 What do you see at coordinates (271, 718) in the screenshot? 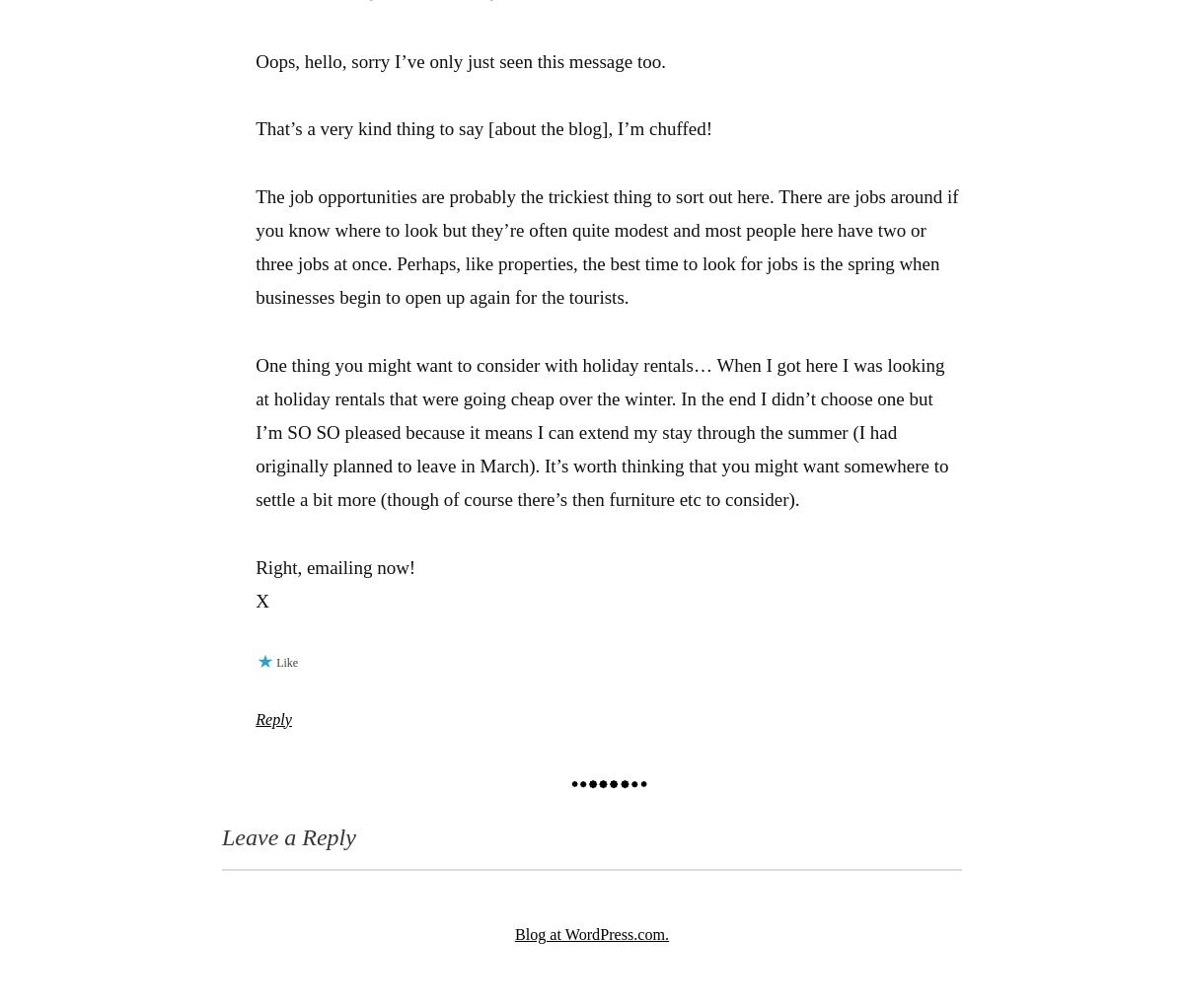
I see `'Reply'` at bounding box center [271, 718].